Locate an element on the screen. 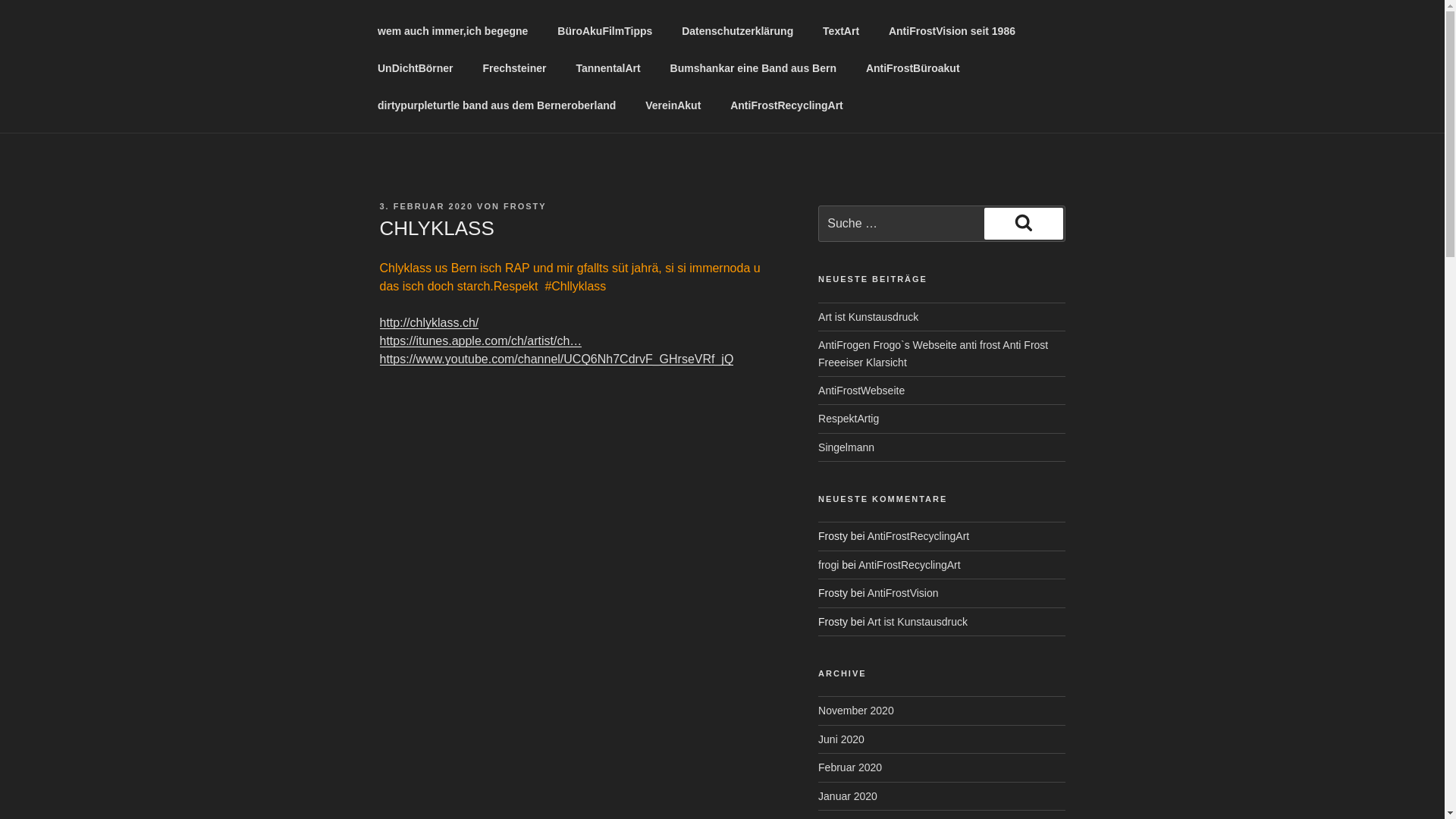  'Frechsteiner' is located at coordinates (514, 68).